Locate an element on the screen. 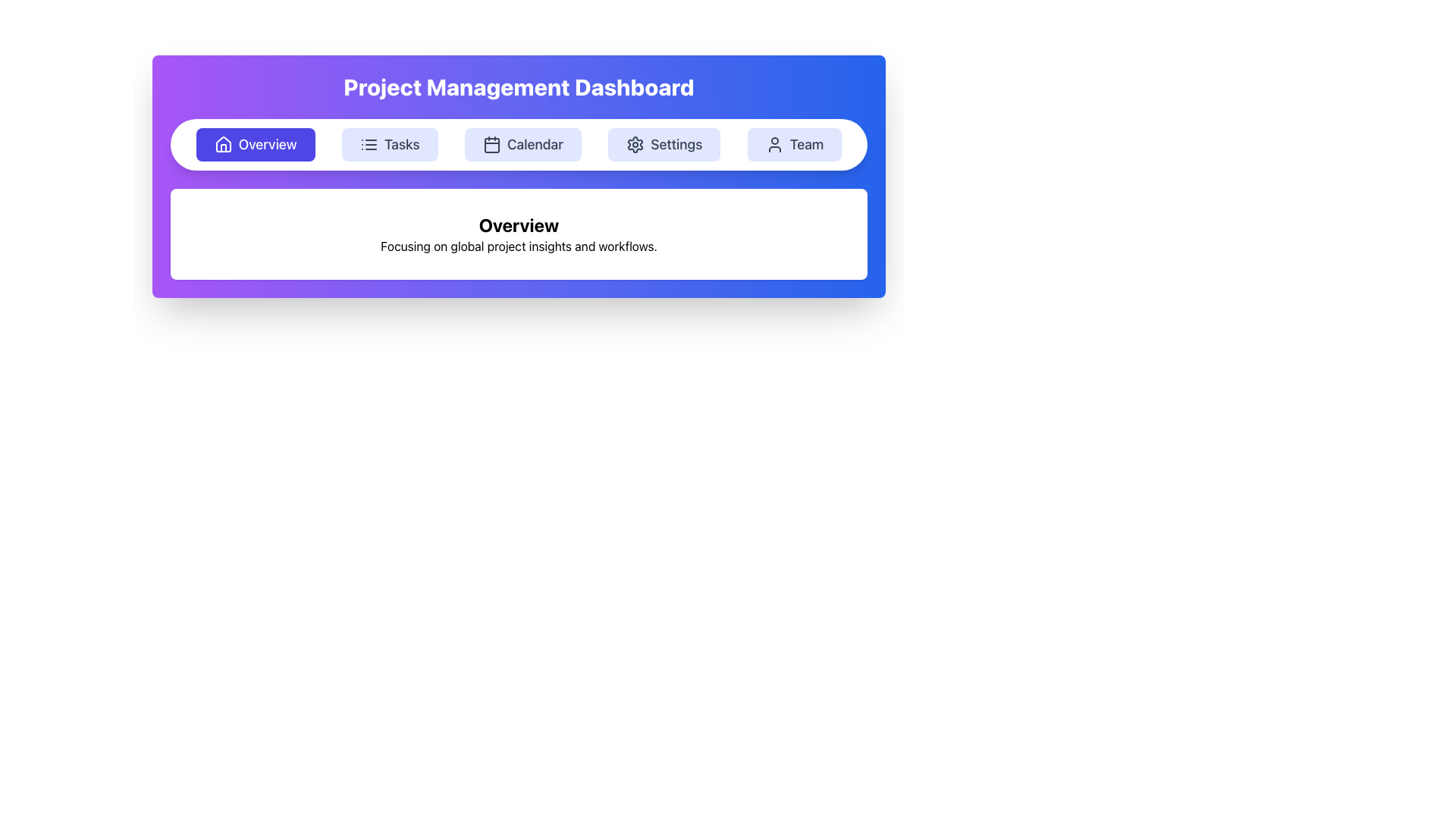  the cogwheel-shaped icon button in the navigation menu is located at coordinates (635, 145).